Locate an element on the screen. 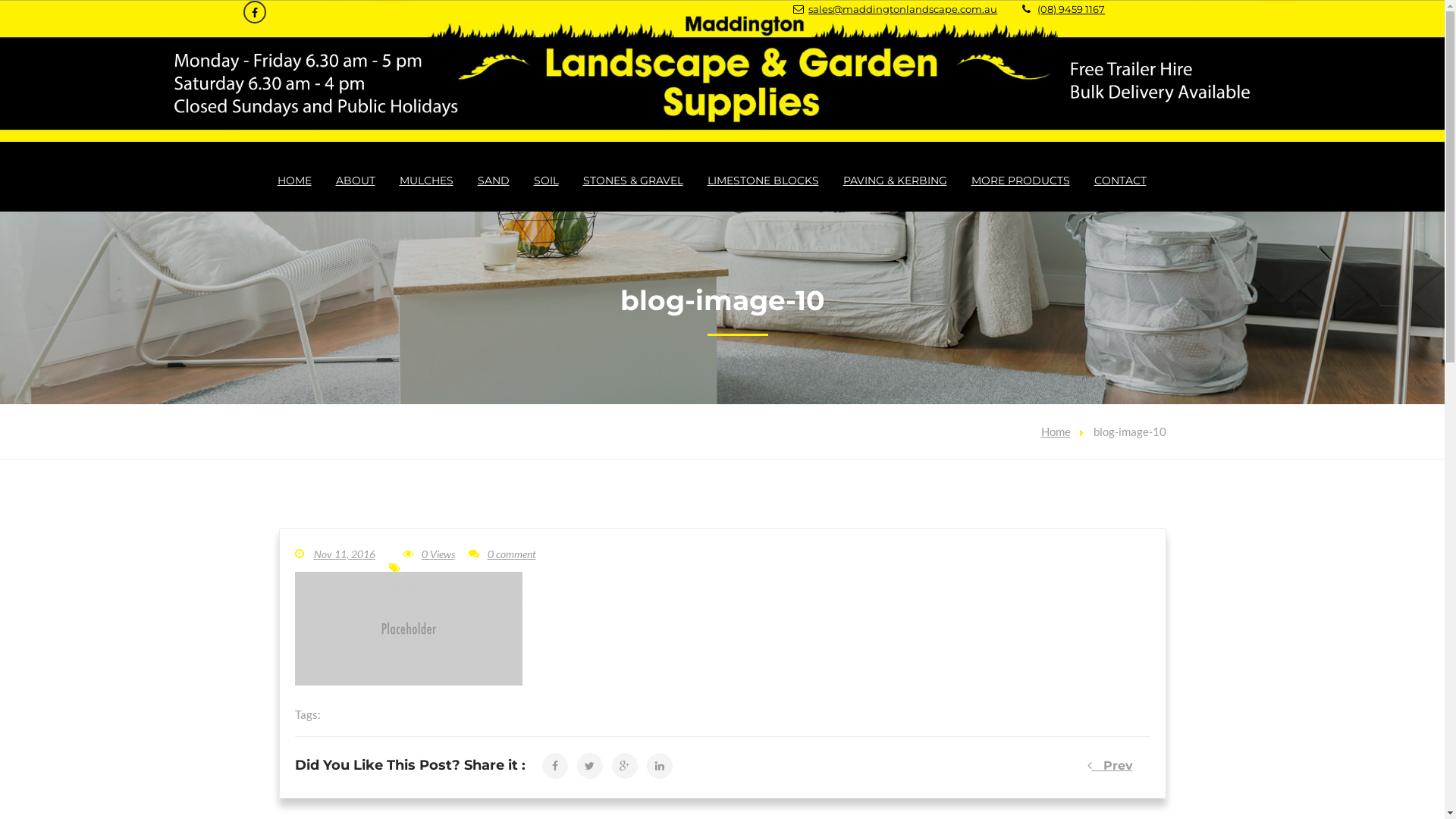  'MULCHES' is located at coordinates (425, 180).